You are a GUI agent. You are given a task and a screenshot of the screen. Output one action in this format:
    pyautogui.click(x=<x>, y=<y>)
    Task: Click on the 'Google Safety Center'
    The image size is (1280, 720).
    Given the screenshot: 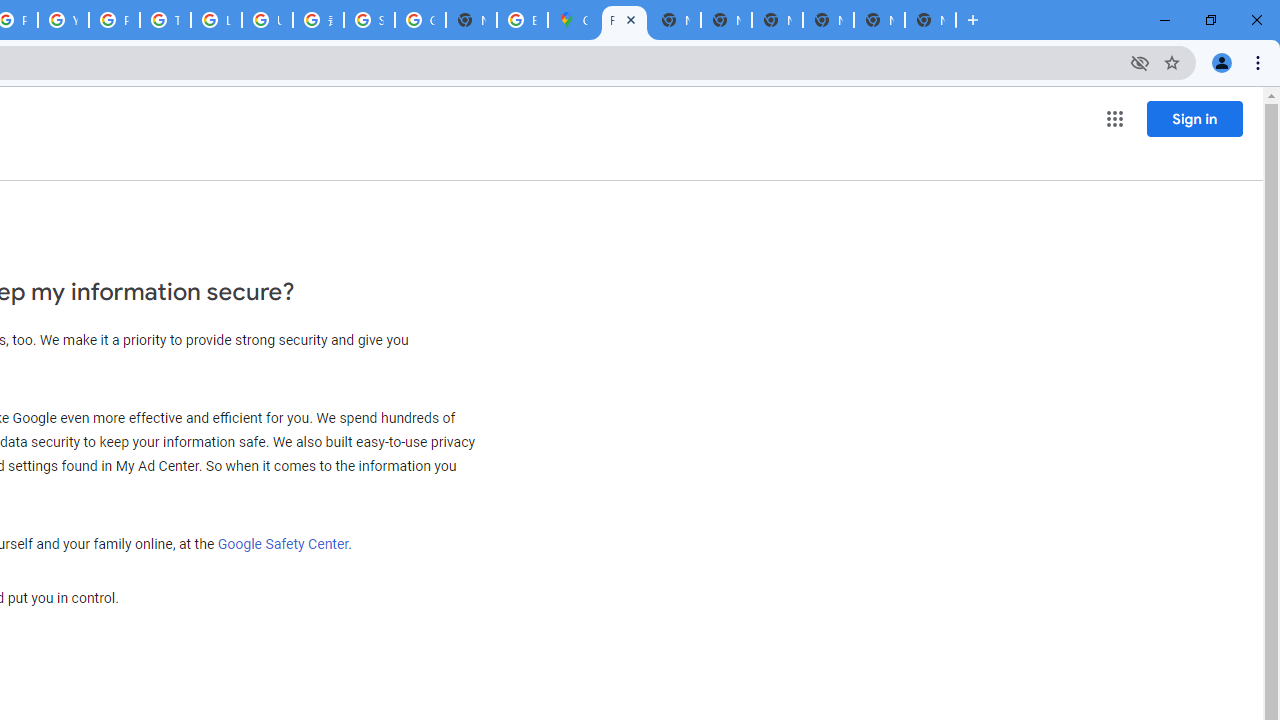 What is the action you would take?
    pyautogui.click(x=282, y=543)
    